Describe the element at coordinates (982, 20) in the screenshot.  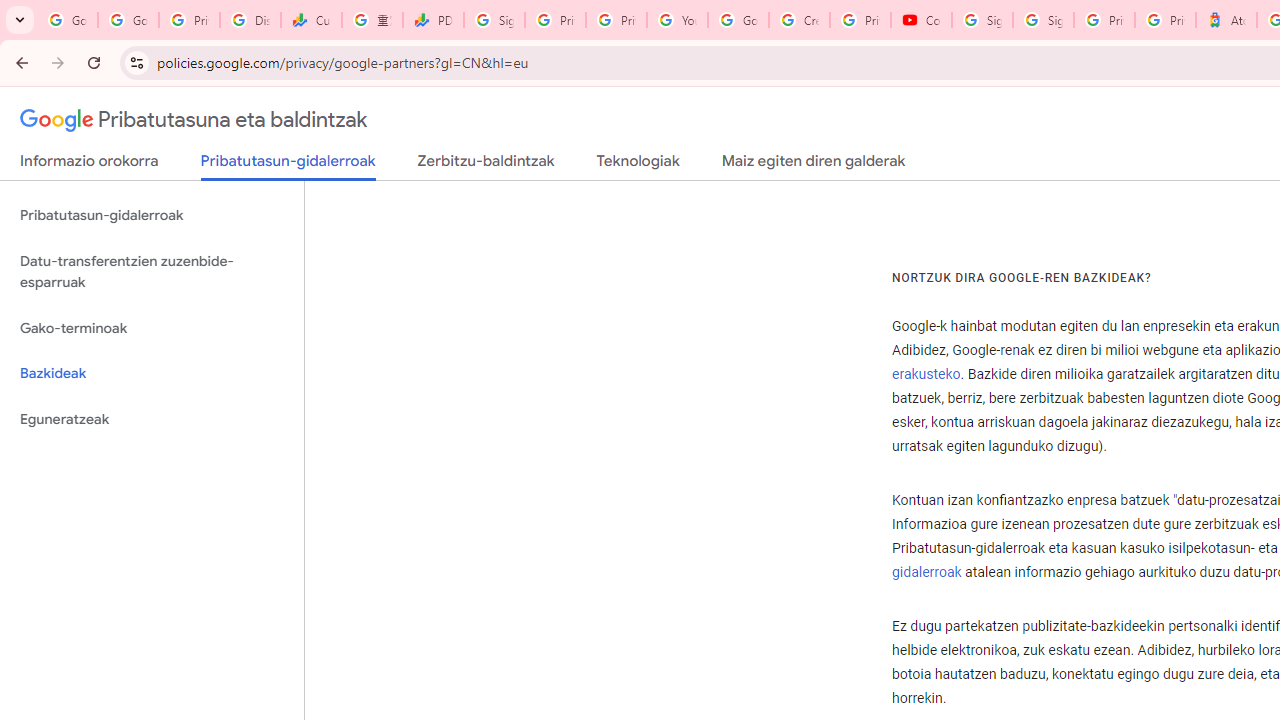
I see `'Sign in - Google Accounts'` at that location.